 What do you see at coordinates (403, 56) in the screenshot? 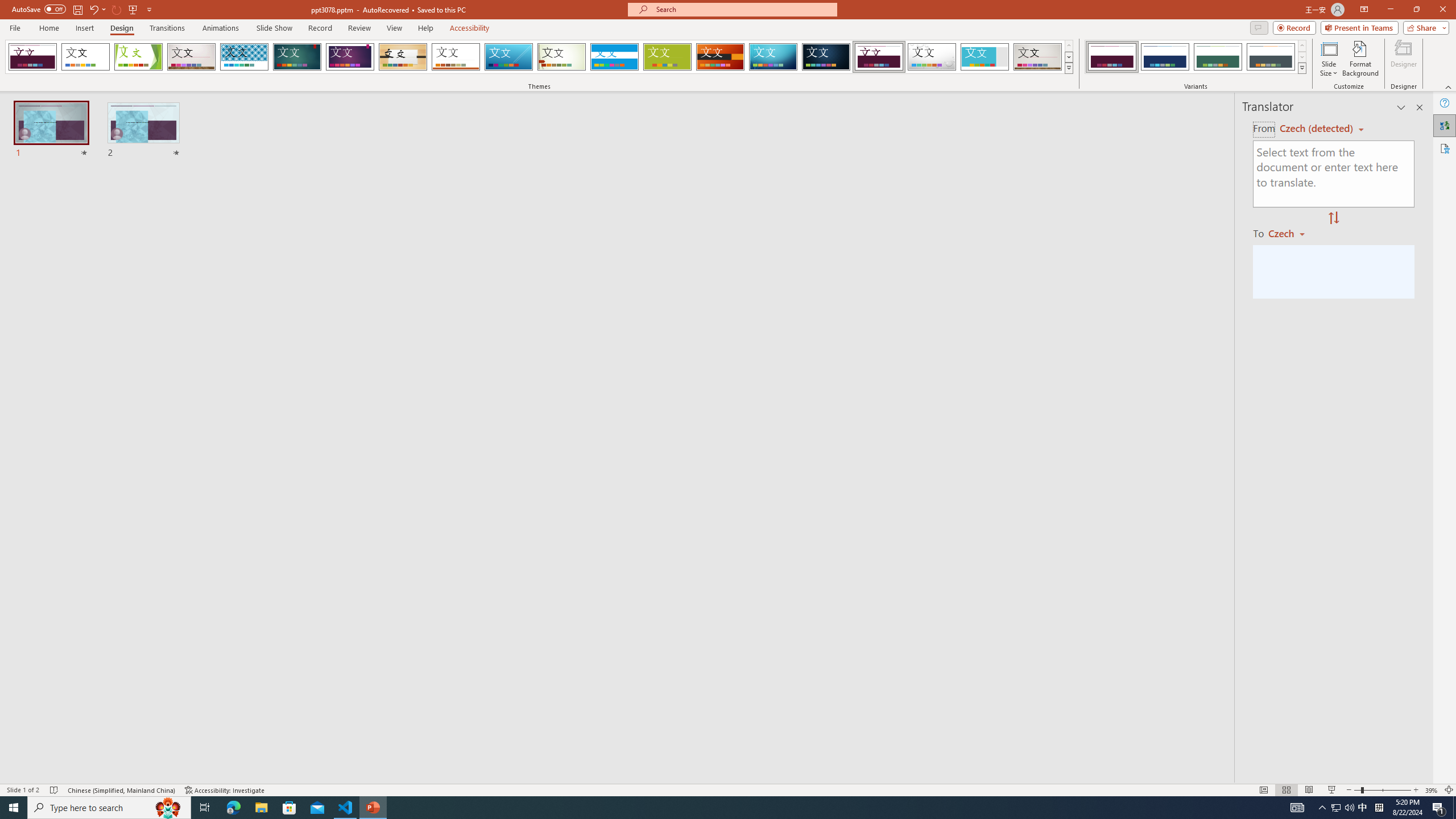
I see `'Organic'` at bounding box center [403, 56].